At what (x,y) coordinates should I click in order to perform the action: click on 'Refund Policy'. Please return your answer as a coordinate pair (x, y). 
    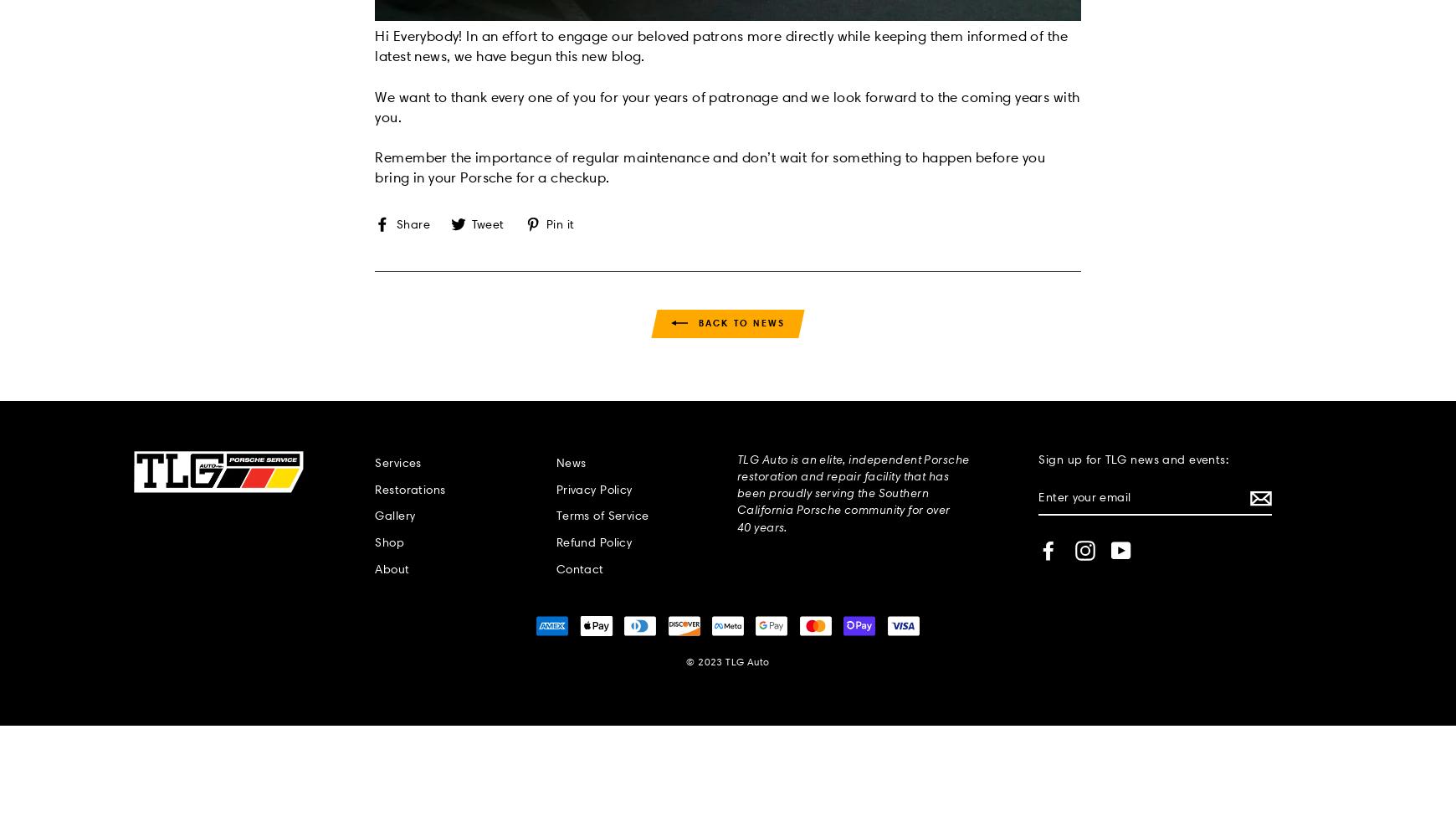
    Looking at the image, I should click on (593, 542).